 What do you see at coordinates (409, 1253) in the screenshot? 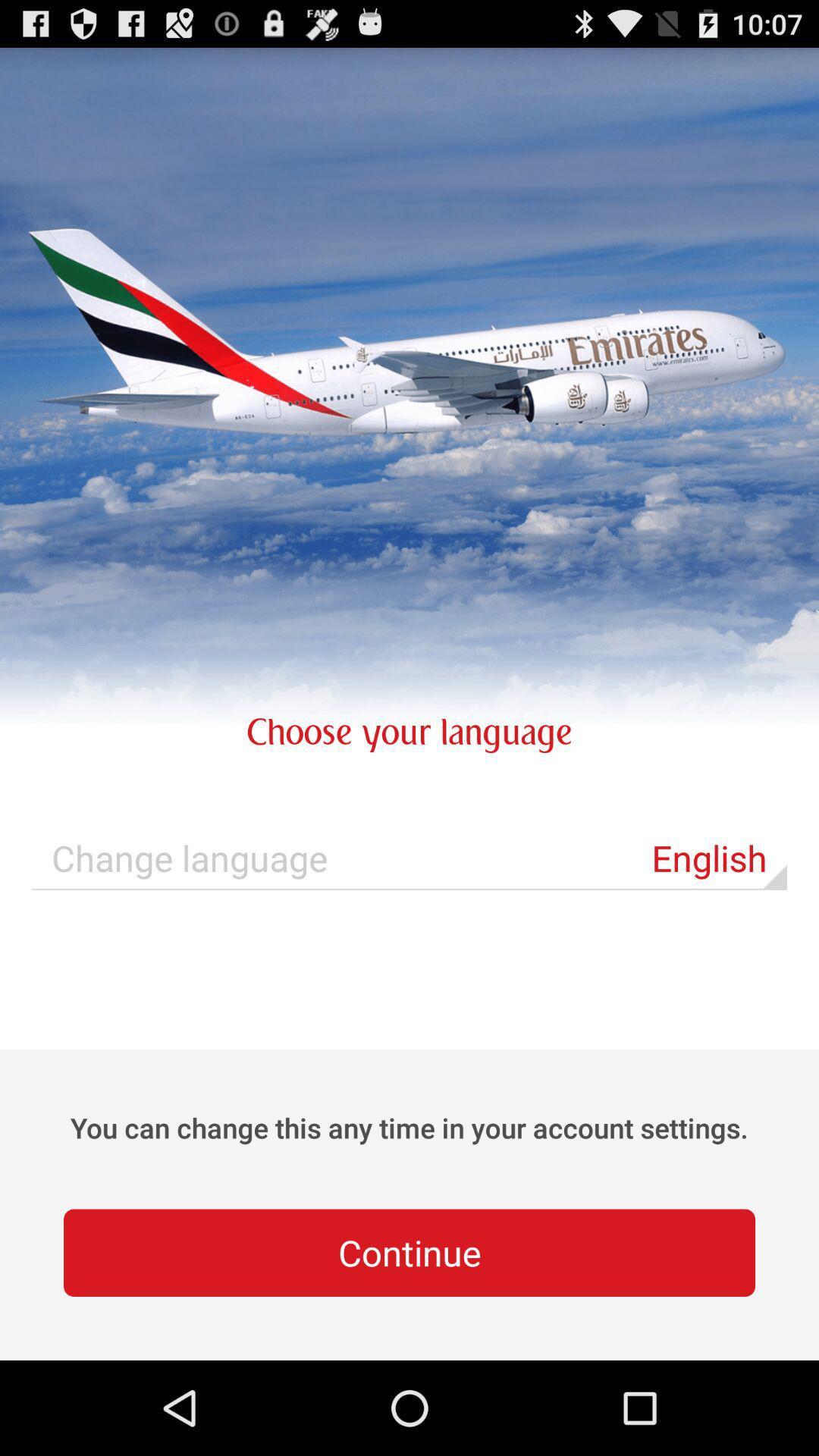
I see `the continue button` at bounding box center [409, 1253].